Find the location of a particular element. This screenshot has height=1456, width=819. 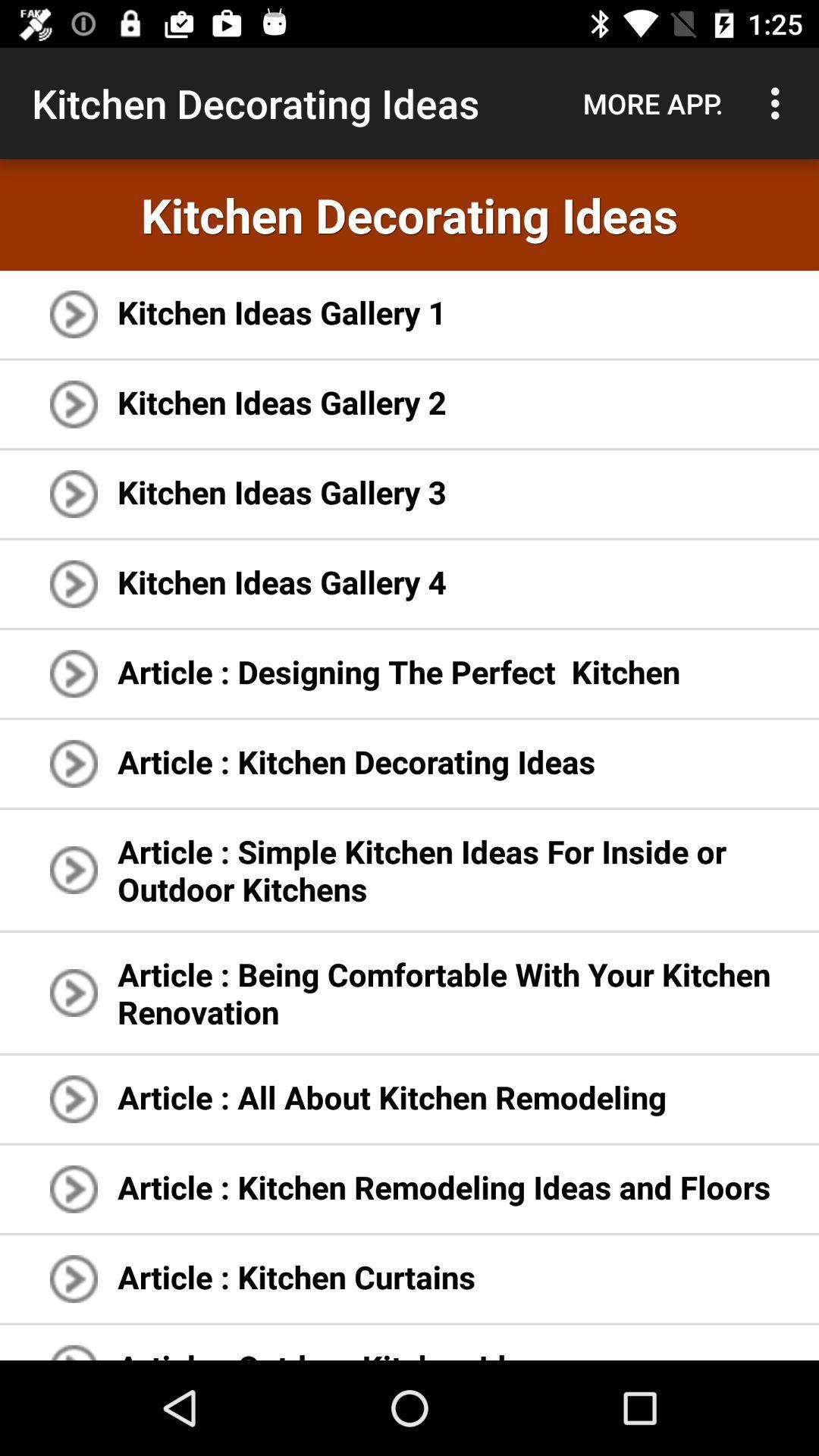

the item above the kitchen decorating ideas item is located at coordinates (779, 102).